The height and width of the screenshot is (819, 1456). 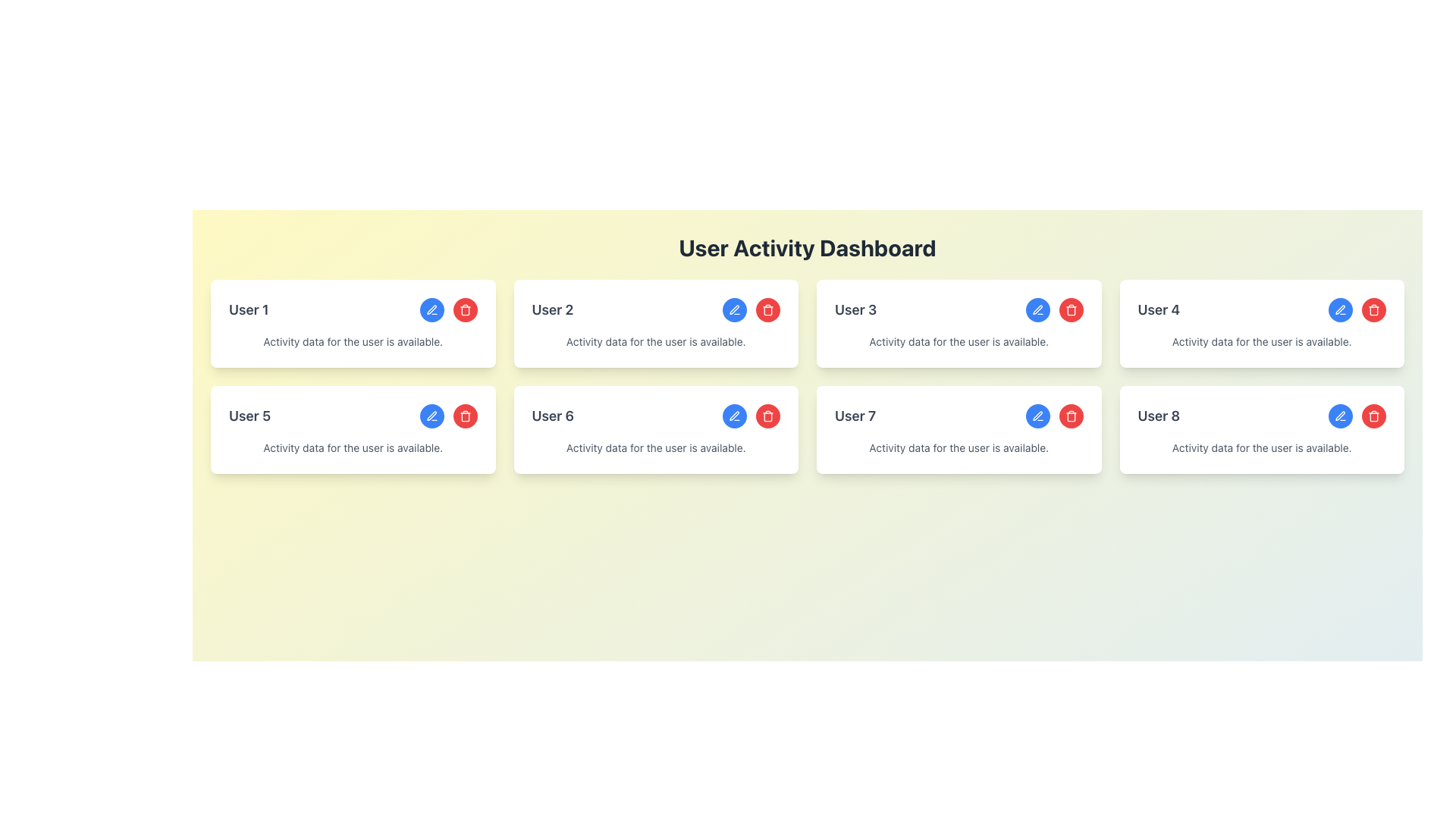 What do you see at coordinates (249, 416) in the screenshot?
I see `the text label displaying 'User 5' located in the second card of the second row in the grid layout` at bounding box center [249, 416].